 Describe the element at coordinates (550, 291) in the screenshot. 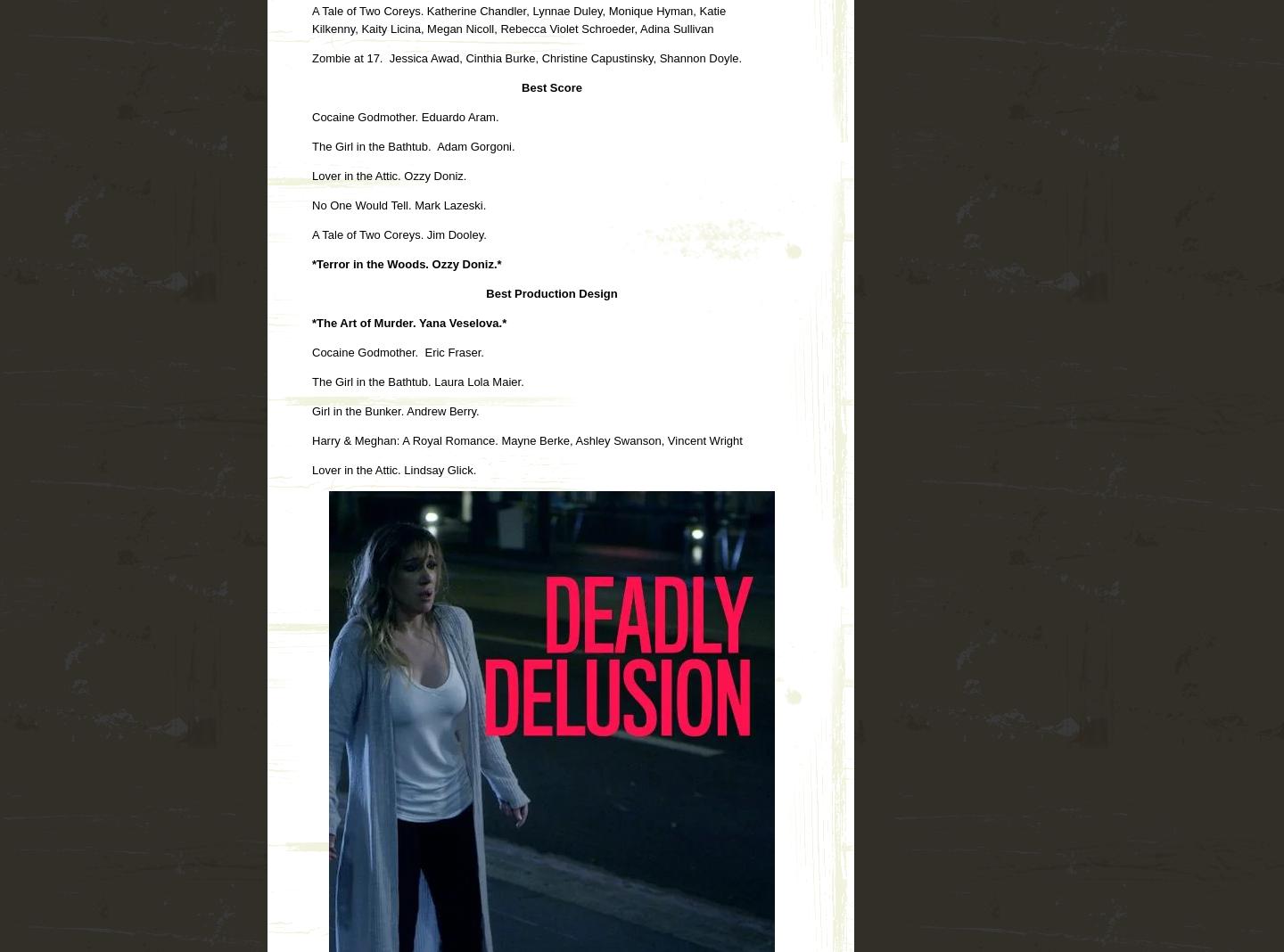

I see `'Best Production Design'` at that location.